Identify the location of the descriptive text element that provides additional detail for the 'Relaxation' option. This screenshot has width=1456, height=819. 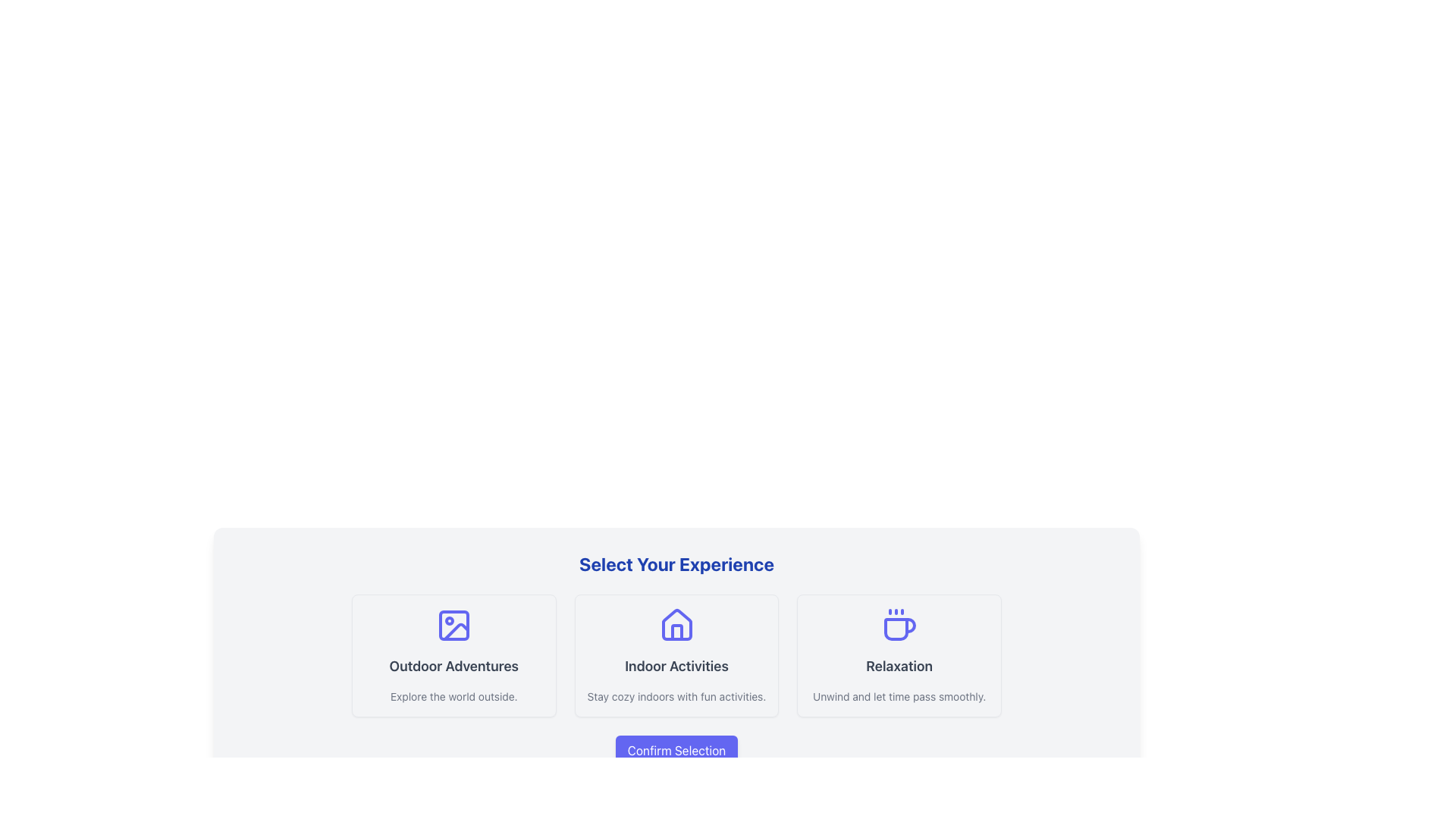
(899, 696).